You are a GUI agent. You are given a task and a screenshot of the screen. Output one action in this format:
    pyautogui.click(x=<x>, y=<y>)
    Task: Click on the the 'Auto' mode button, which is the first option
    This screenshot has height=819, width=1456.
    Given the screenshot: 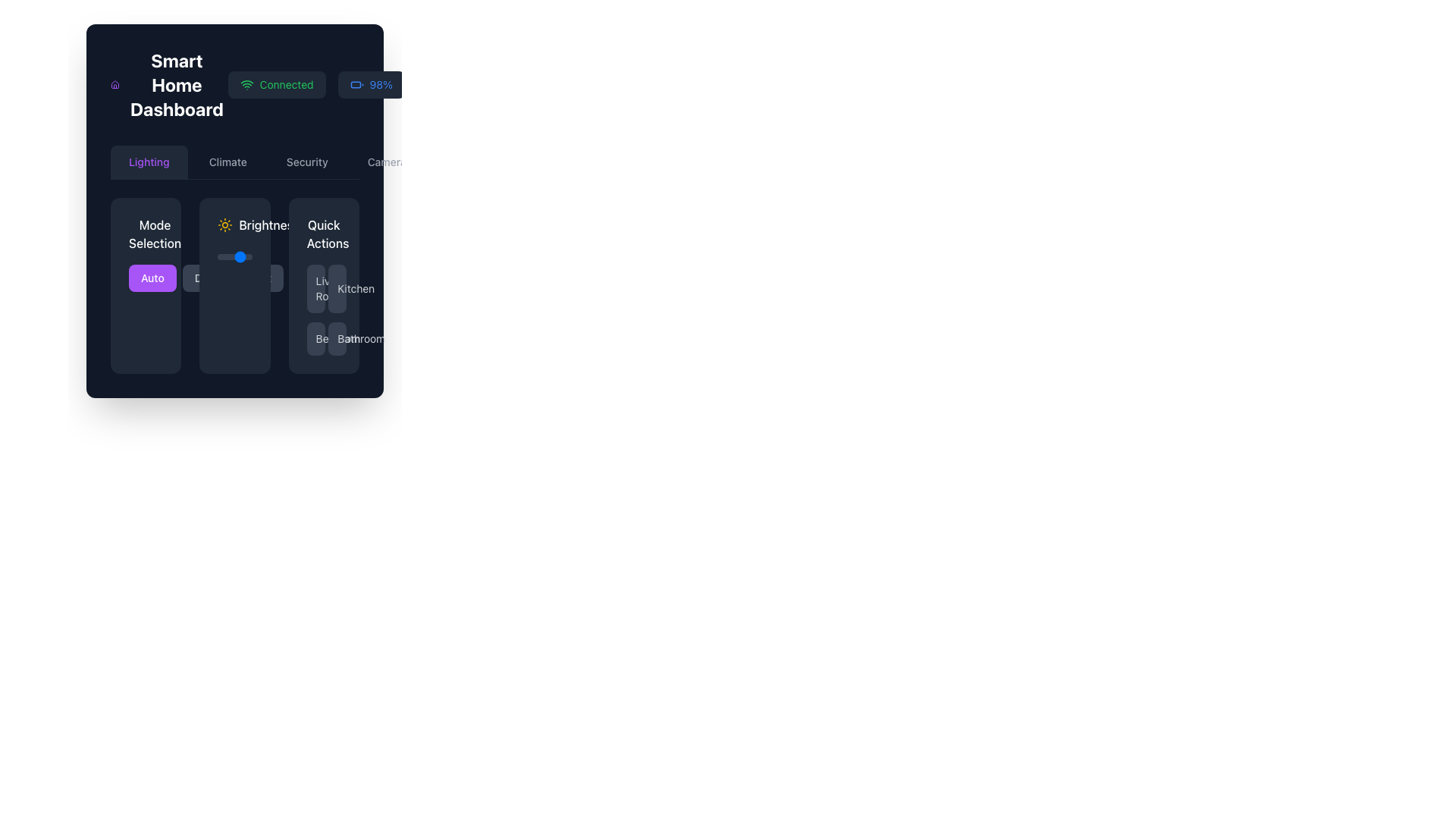 What is the action you would take?
    pyautogui.click(x=152, y=278)
    